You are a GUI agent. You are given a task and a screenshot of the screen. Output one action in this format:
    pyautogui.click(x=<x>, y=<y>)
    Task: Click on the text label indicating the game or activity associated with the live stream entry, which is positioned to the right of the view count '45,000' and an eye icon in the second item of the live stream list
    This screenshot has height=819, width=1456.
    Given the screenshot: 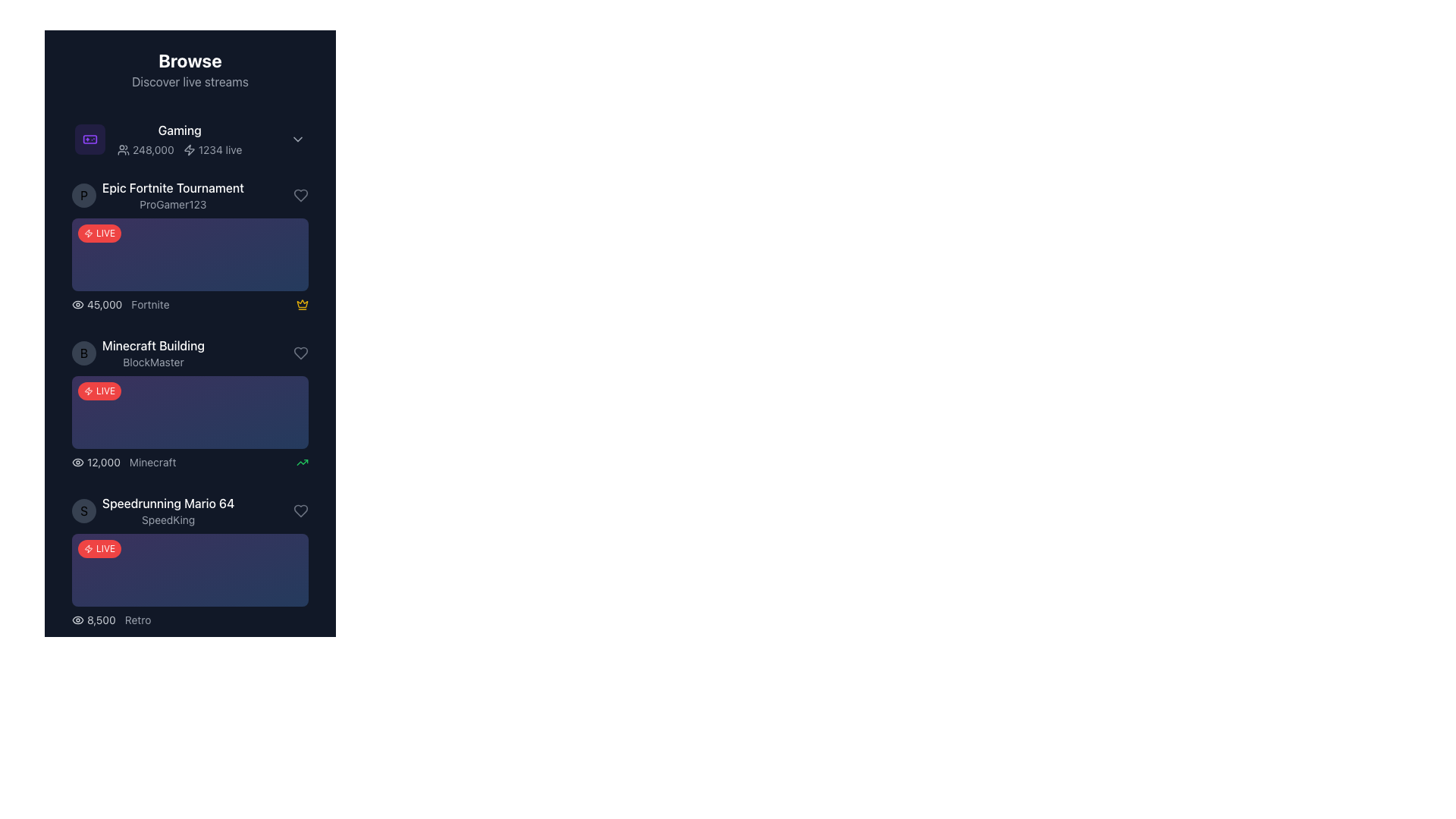 What is the action you would take?
    pyautogui.click(x=150, y=304)
    